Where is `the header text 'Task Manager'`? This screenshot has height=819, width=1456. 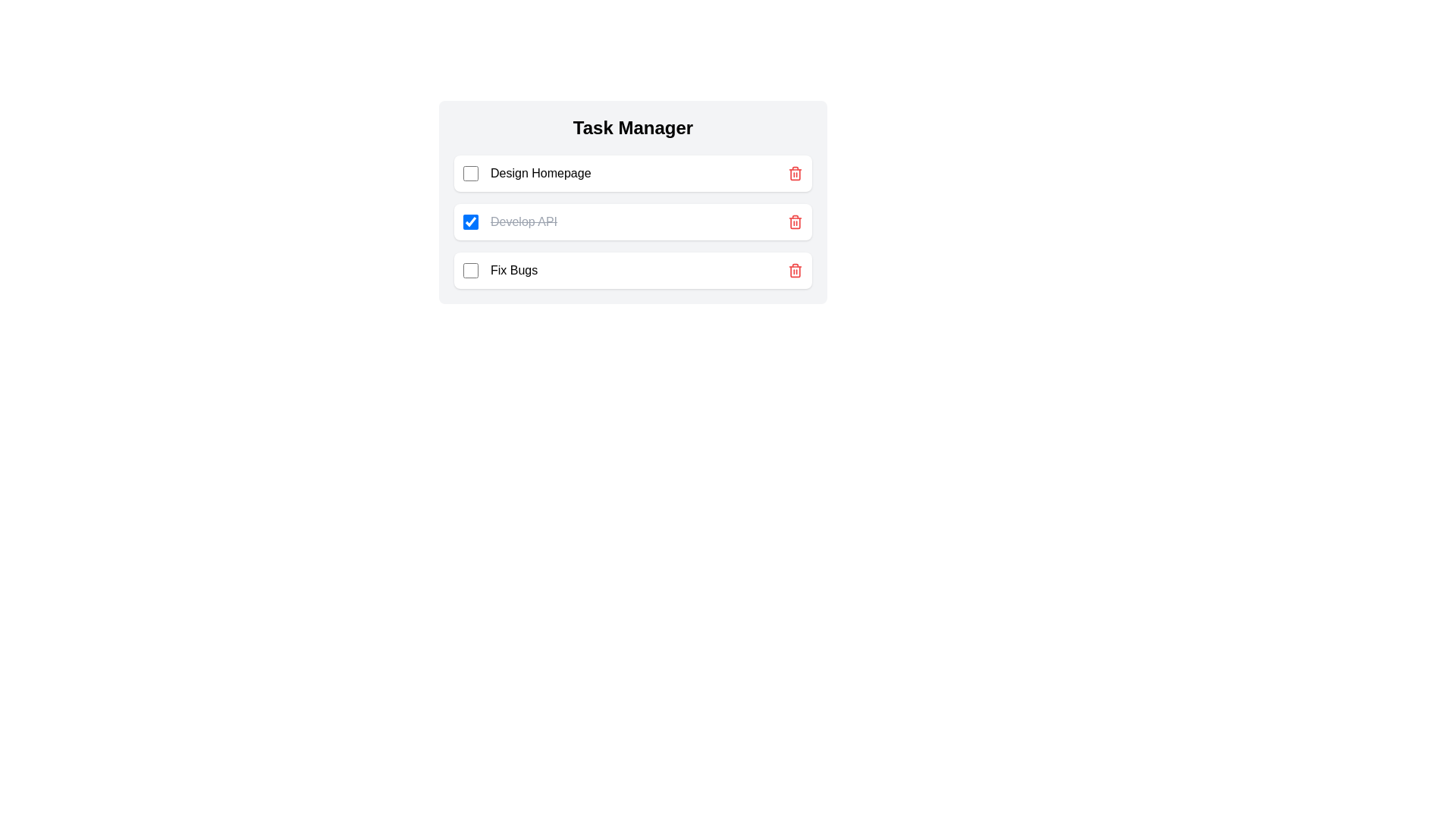 the header text 'Task Manager' is located at coordinates (633, 127).